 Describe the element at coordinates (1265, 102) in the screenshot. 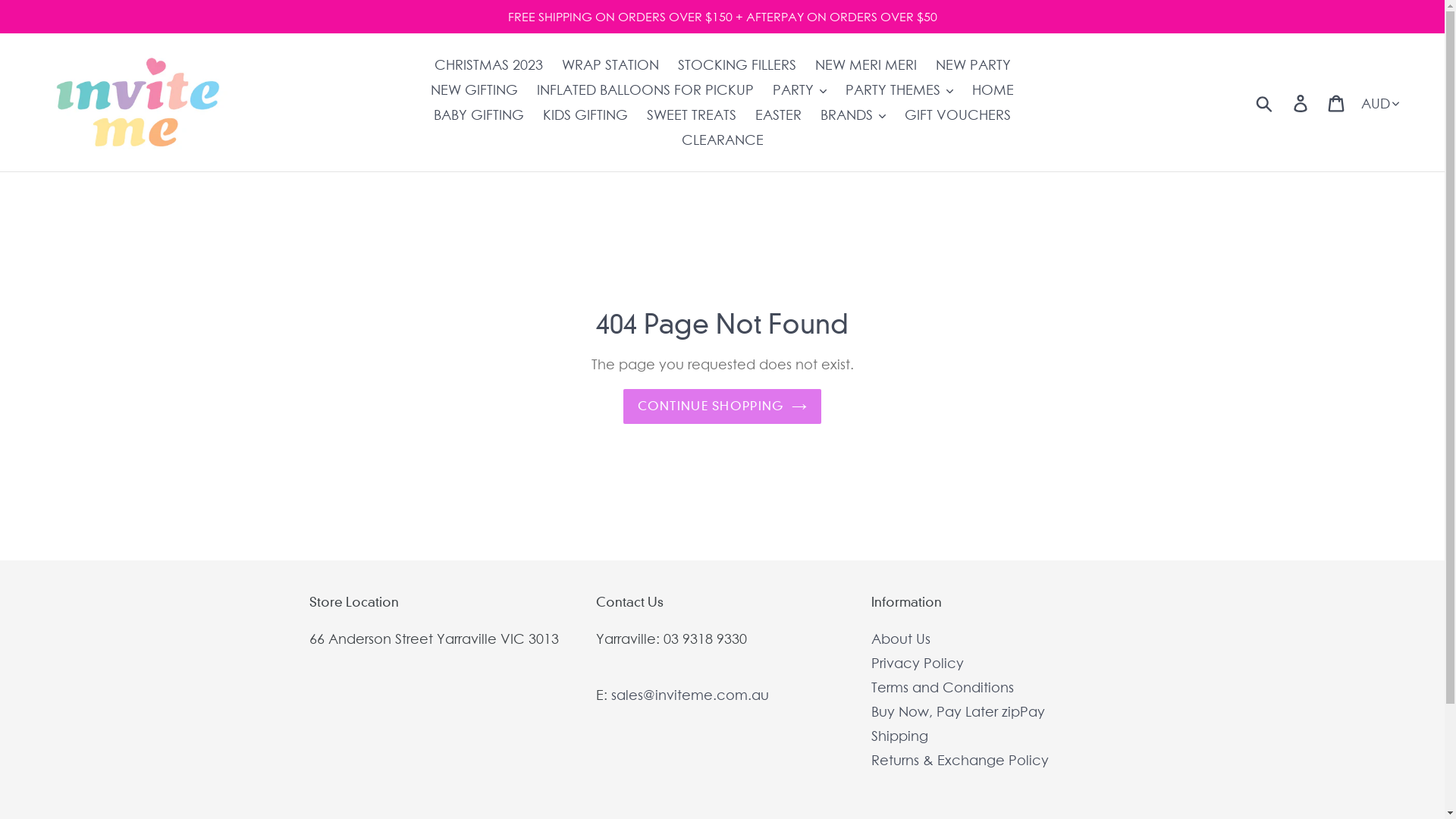

I see `'Submit'` at that location.